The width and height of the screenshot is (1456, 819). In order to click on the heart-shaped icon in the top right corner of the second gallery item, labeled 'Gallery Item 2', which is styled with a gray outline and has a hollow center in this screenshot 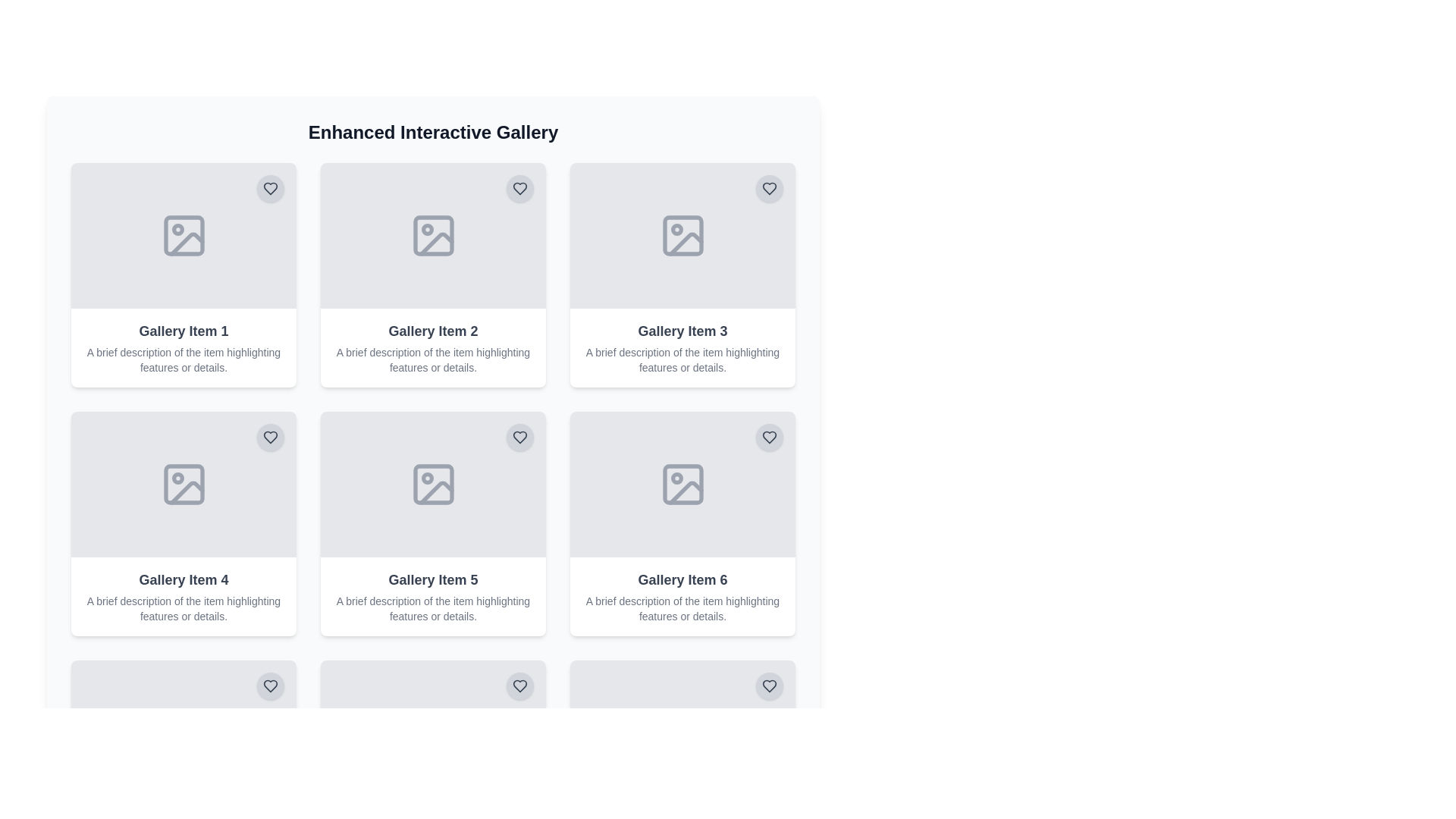, I will do `click(520, 188)`.